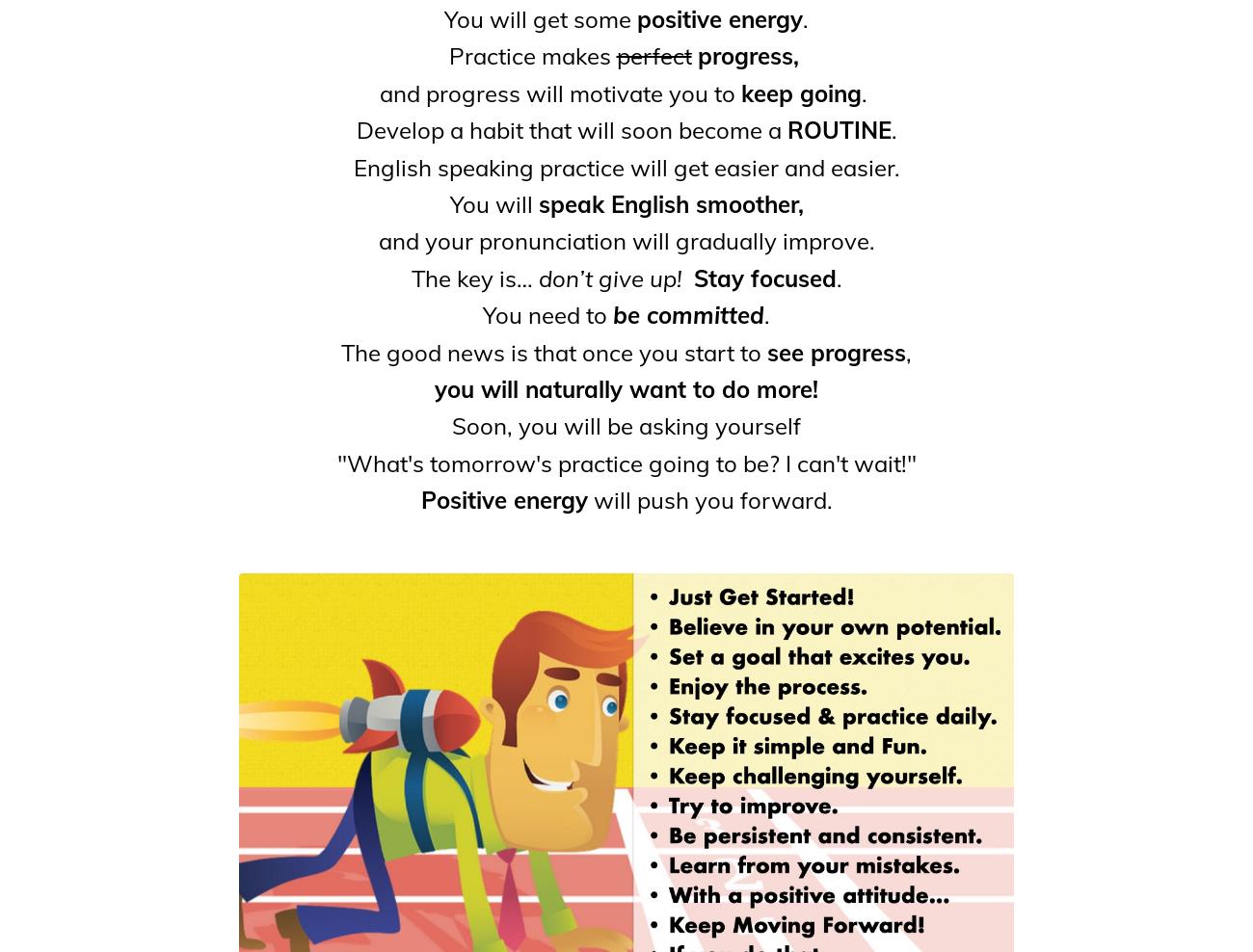 The width and height of the screenshot is (1253, 952). I want to click on 'to', so click(706, 93).